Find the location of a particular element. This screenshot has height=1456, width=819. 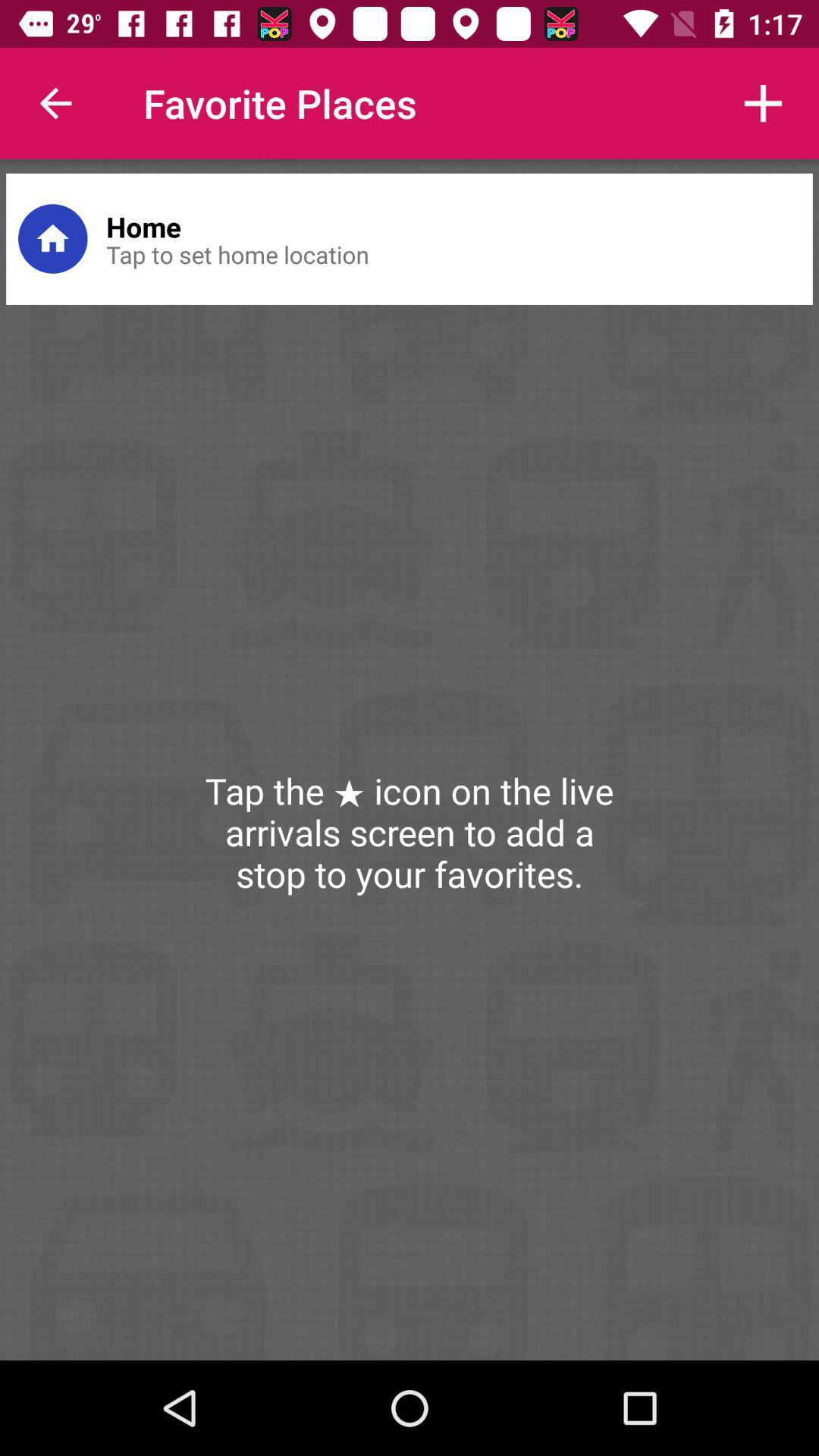

item next to favorite places icon is located at coordinates (55, 102).